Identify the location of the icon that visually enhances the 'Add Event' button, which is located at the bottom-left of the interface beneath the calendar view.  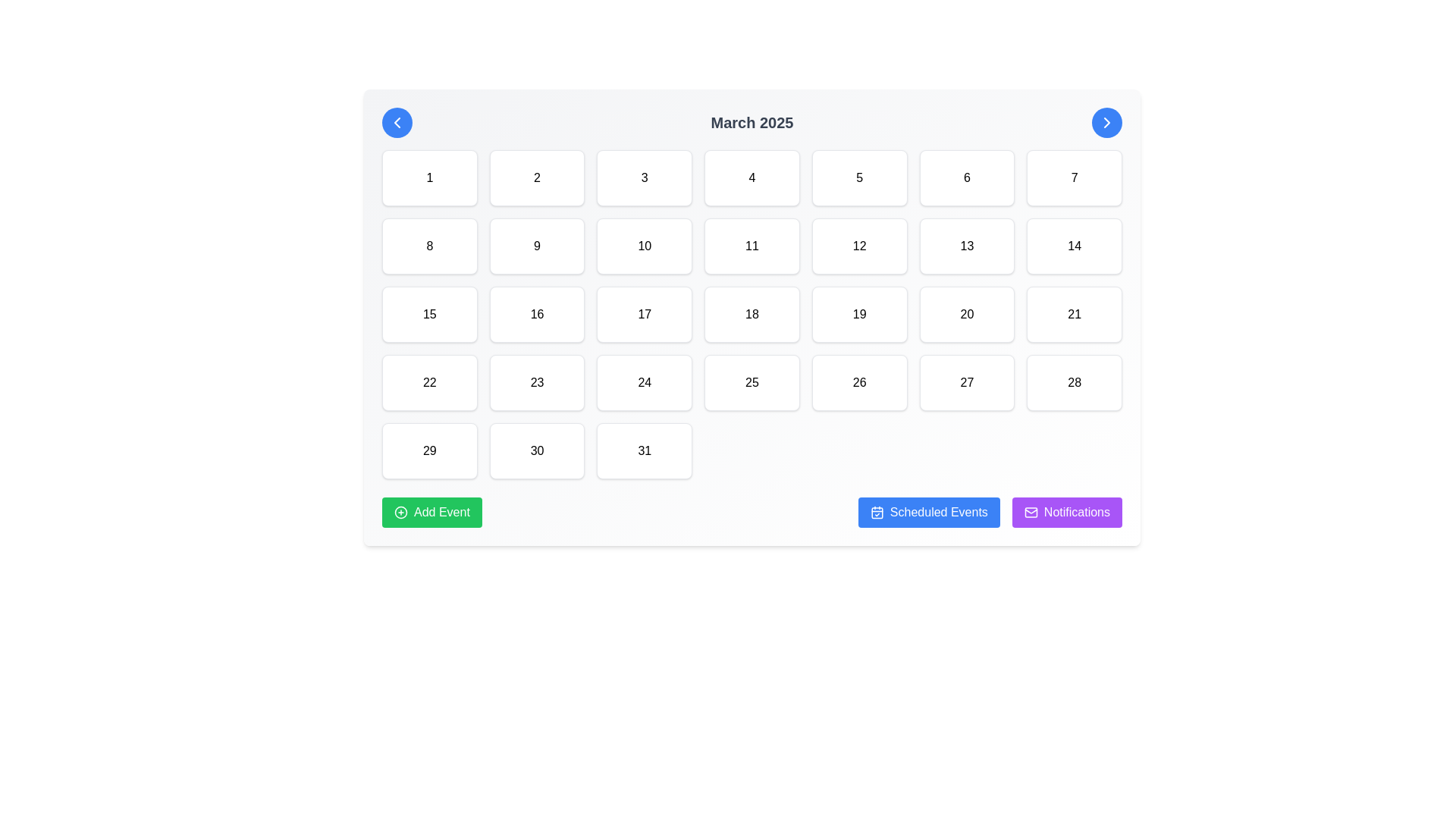
(400, 512).